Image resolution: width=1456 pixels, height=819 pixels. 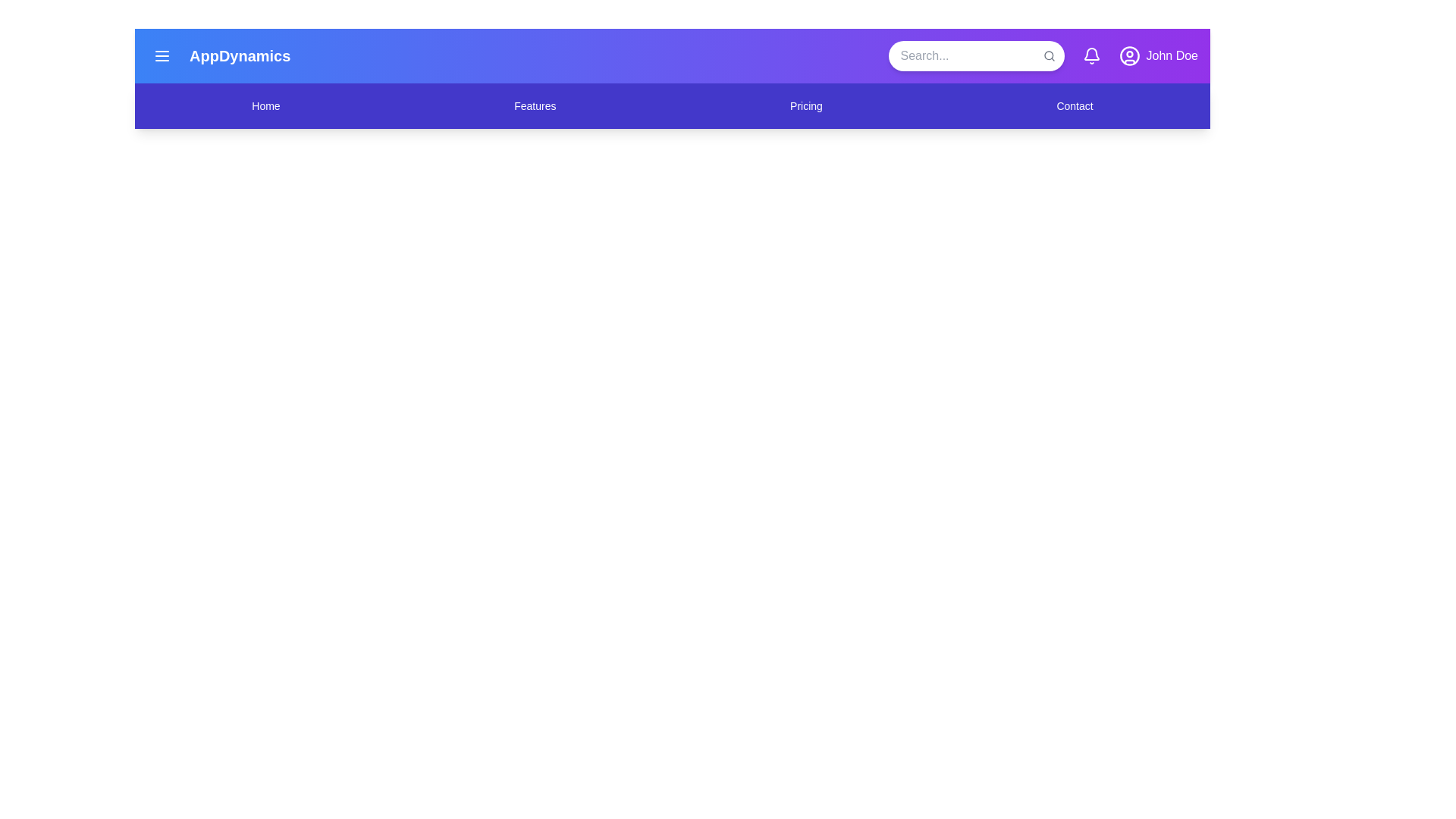 What do you see at coordinates (535, 105) in the screenshot?
I see `the navigation link labeled Features` at bounding box center [535, 105].